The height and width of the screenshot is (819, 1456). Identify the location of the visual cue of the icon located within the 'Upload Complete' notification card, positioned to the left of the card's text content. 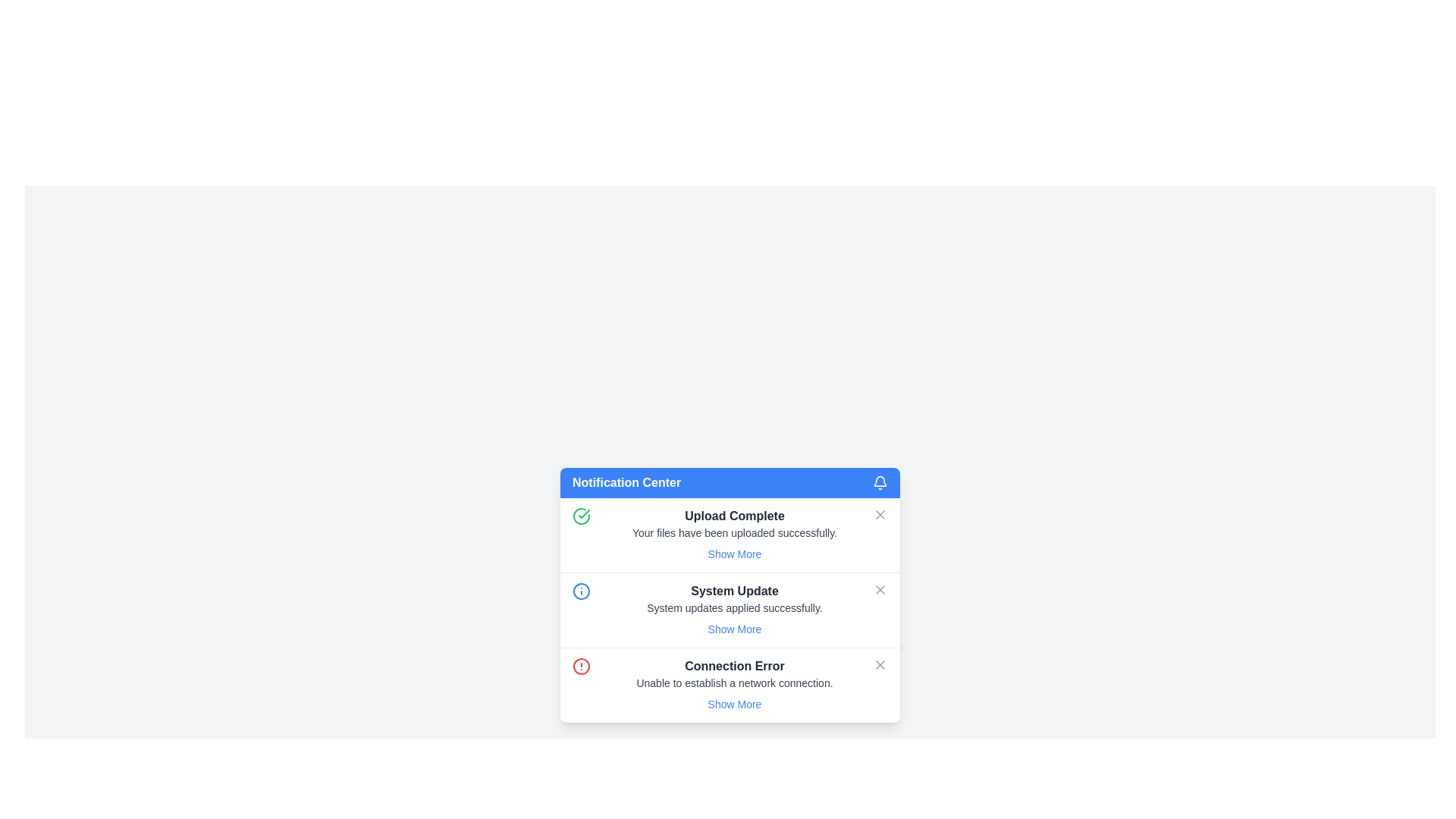
(583, 513).